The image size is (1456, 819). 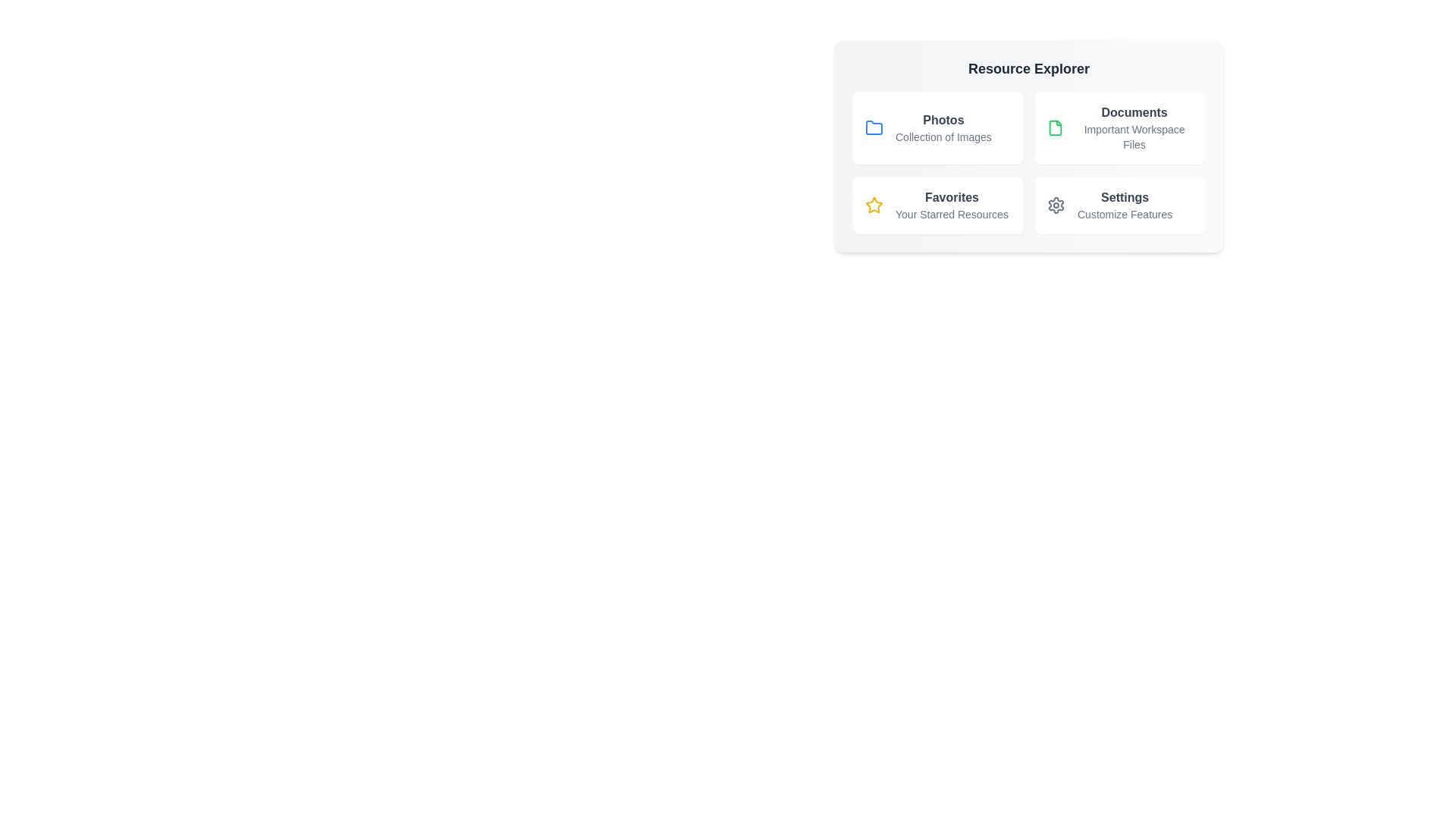 I want to click on the resource item Documents to explore its details, so click(x=1120, y=127).